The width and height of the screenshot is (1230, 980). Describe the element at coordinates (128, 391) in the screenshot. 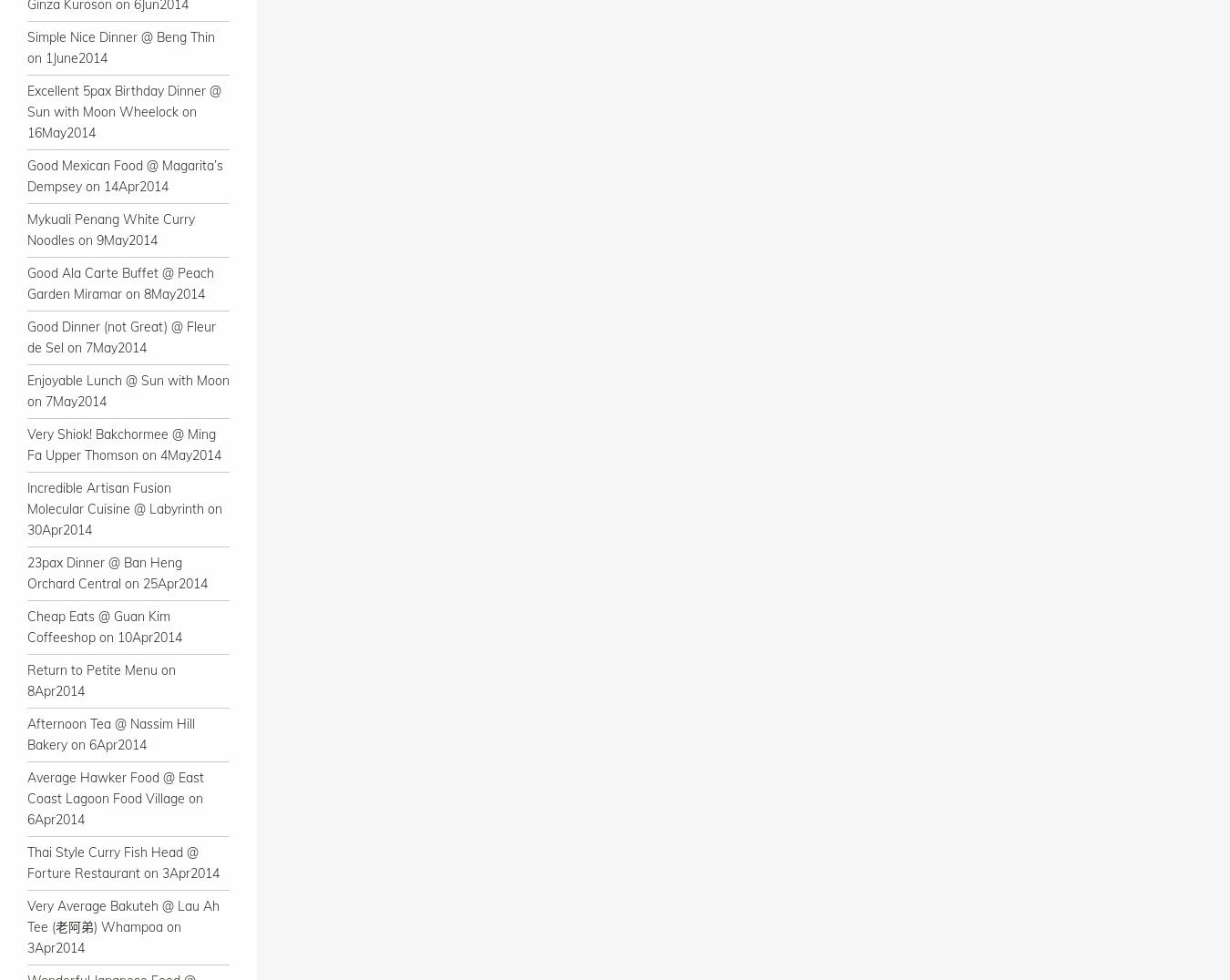

I see `'Enjoyable Lunch @ Sun with Moon on 7May2014'` at that location.